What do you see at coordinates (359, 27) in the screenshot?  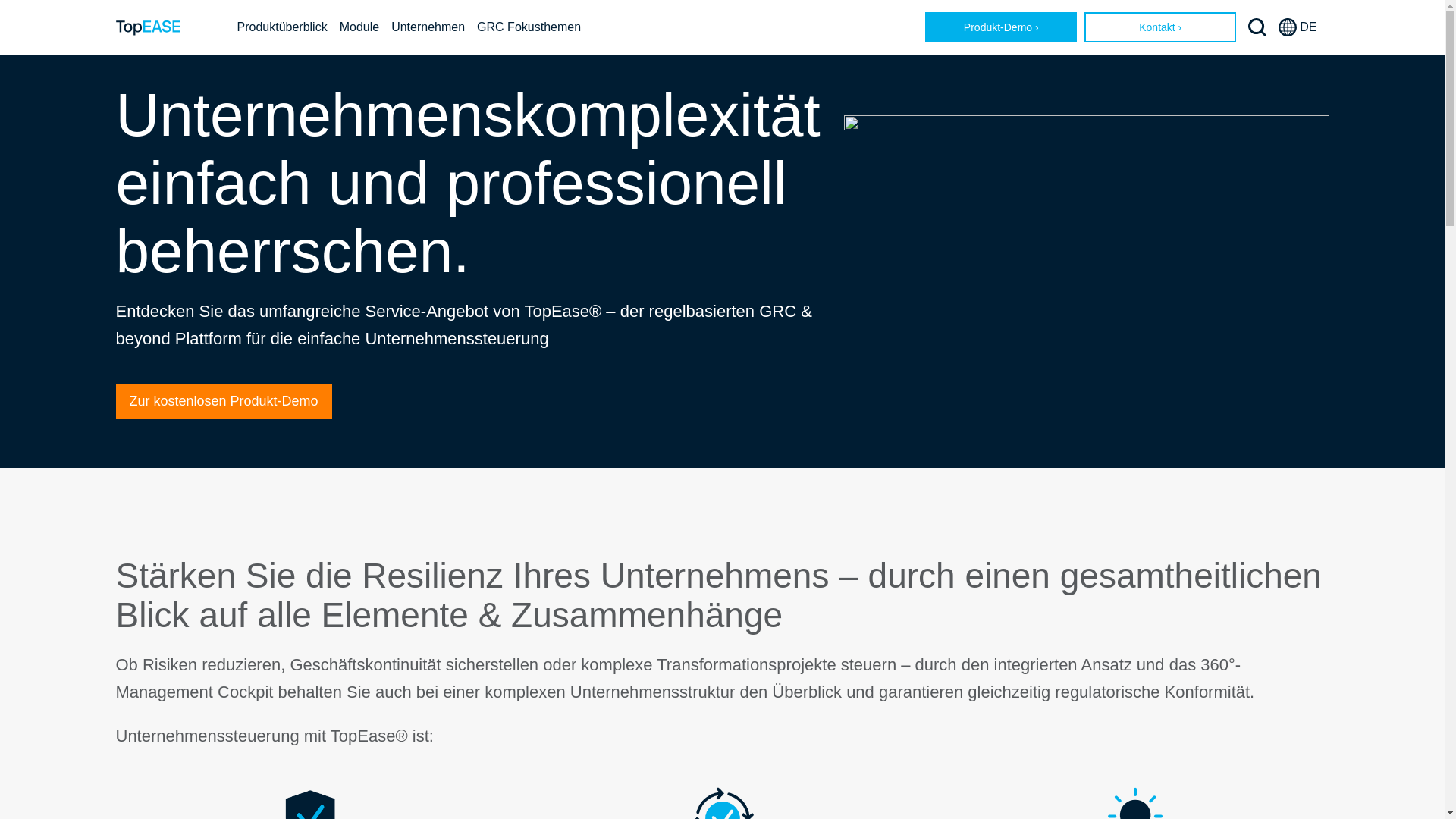 I see `'Module'` at bounding box center [359, 27].